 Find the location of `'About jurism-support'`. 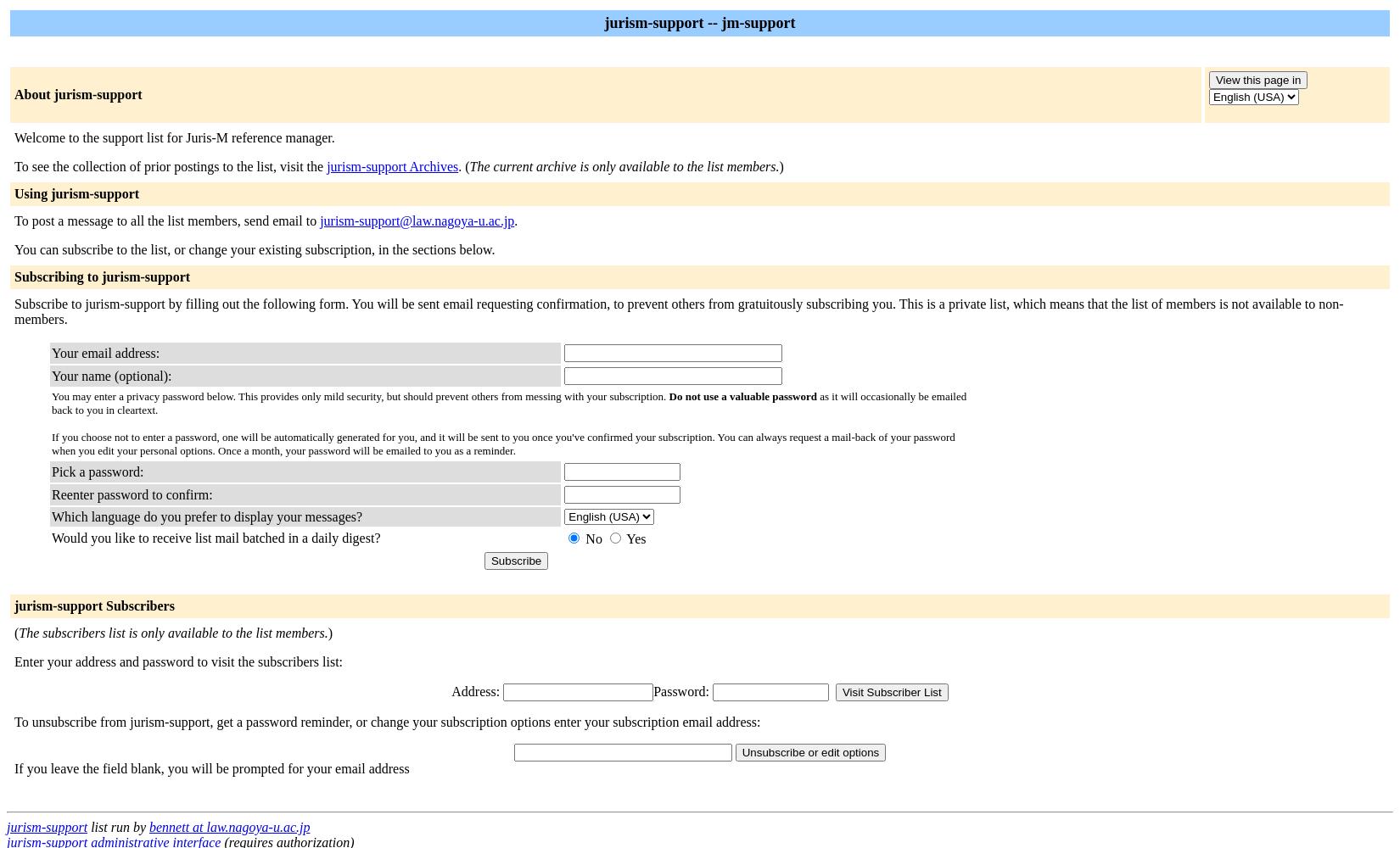

'About jurism-support' is located at coordinates (78, 93).